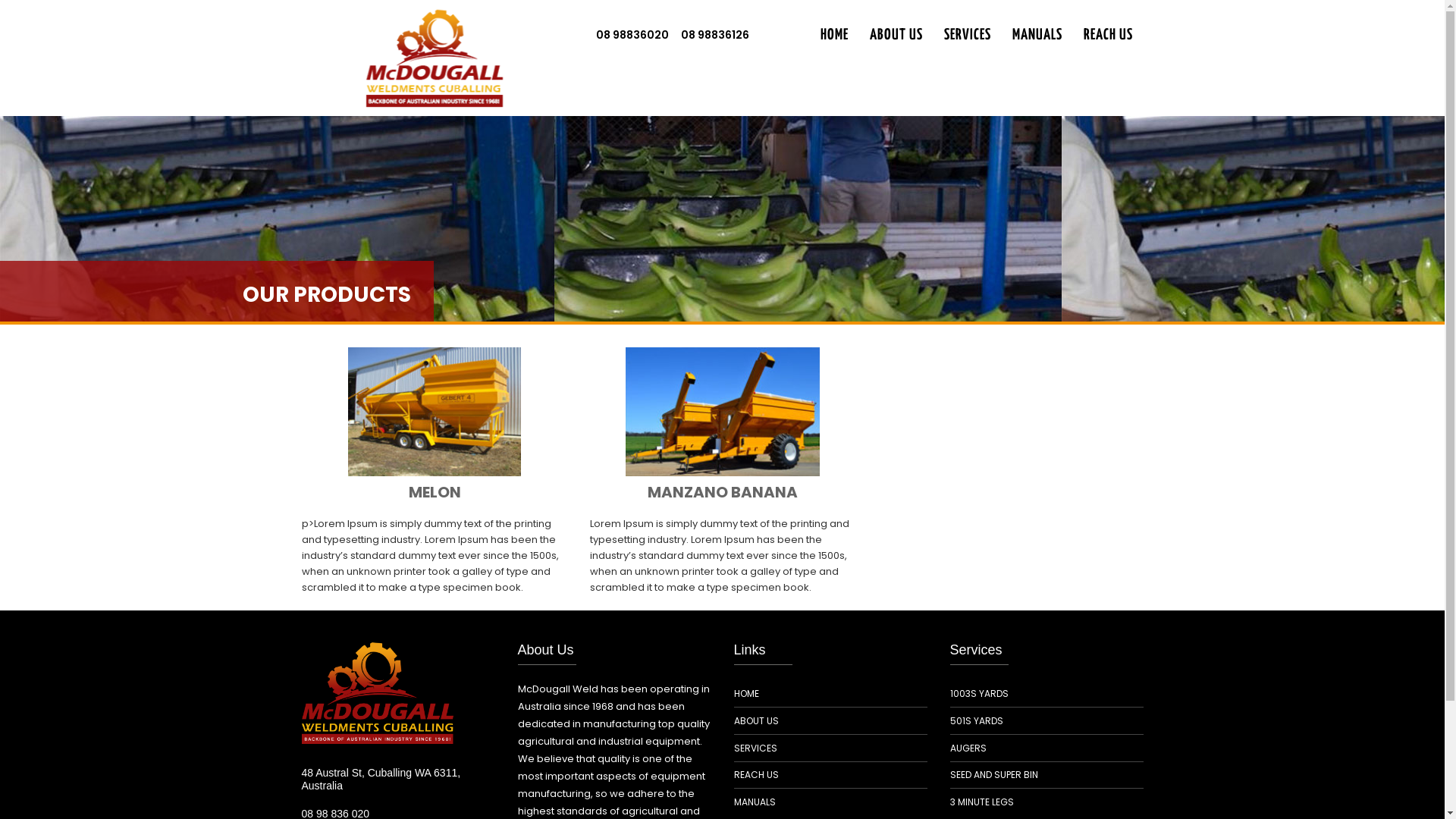  Describe the element at coordinates (756, 775) in the screenshot. I see `'REACH US'` at that location.